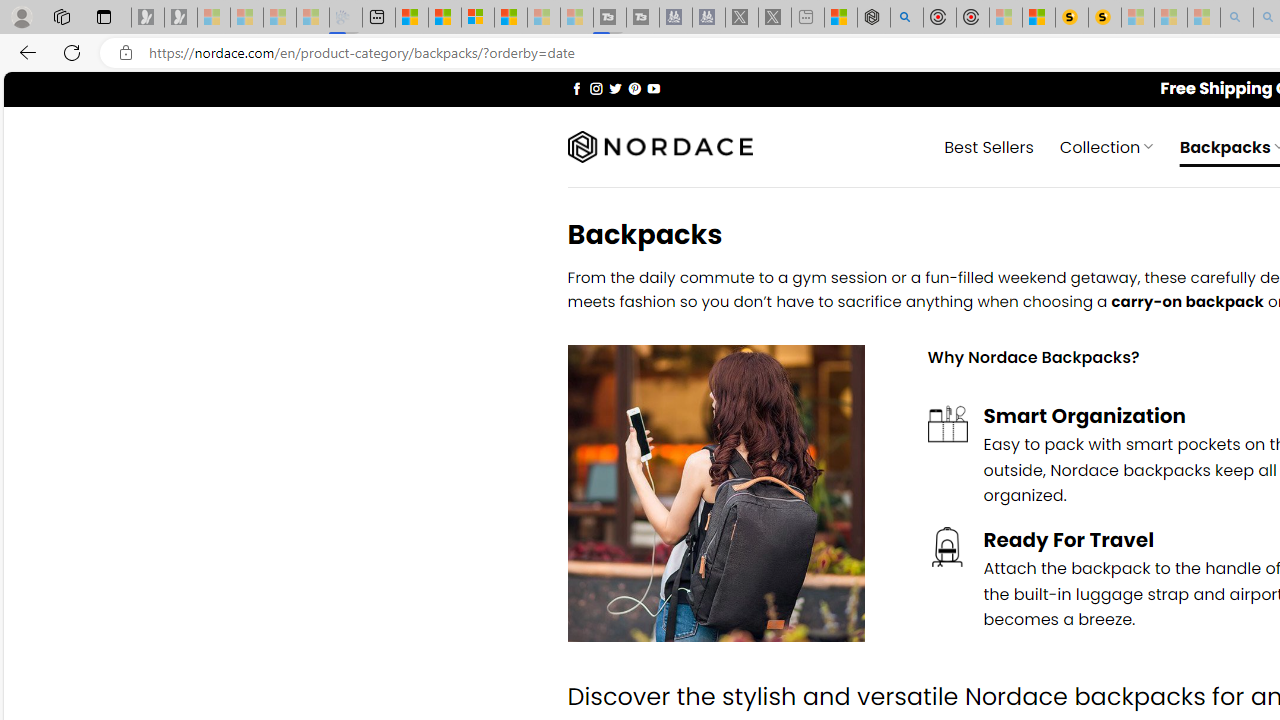 The image size is (1280, 720). I want to click on 'X - Sleeping', so click(774, 17).